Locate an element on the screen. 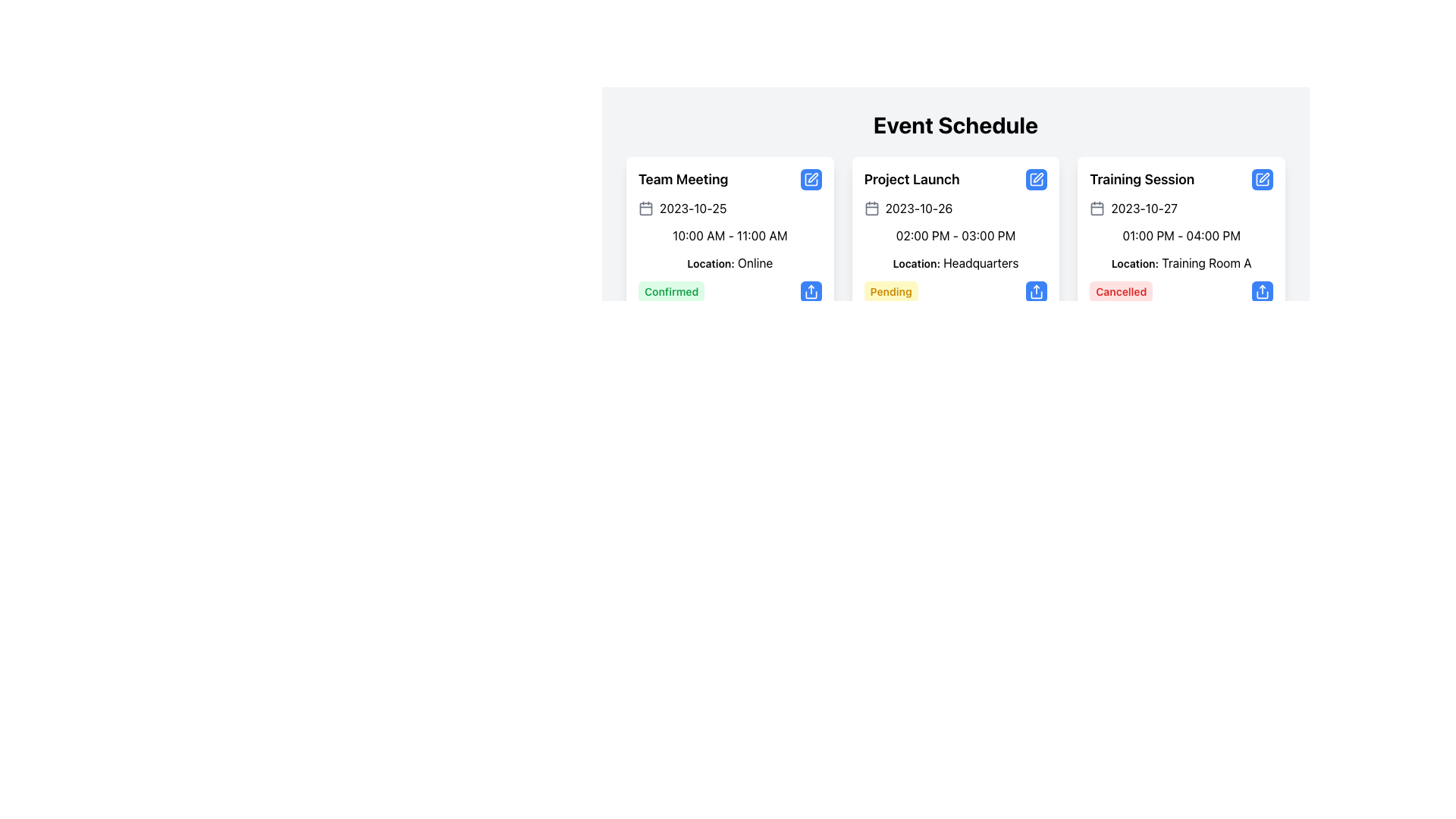 This screenshot has width=1456, height=819. the date text inside the 'Training Session' card, which is the third card in the 'Event Schedule' section, located to the right of the calendar icon graphic is located at coordinates (1144, 208).